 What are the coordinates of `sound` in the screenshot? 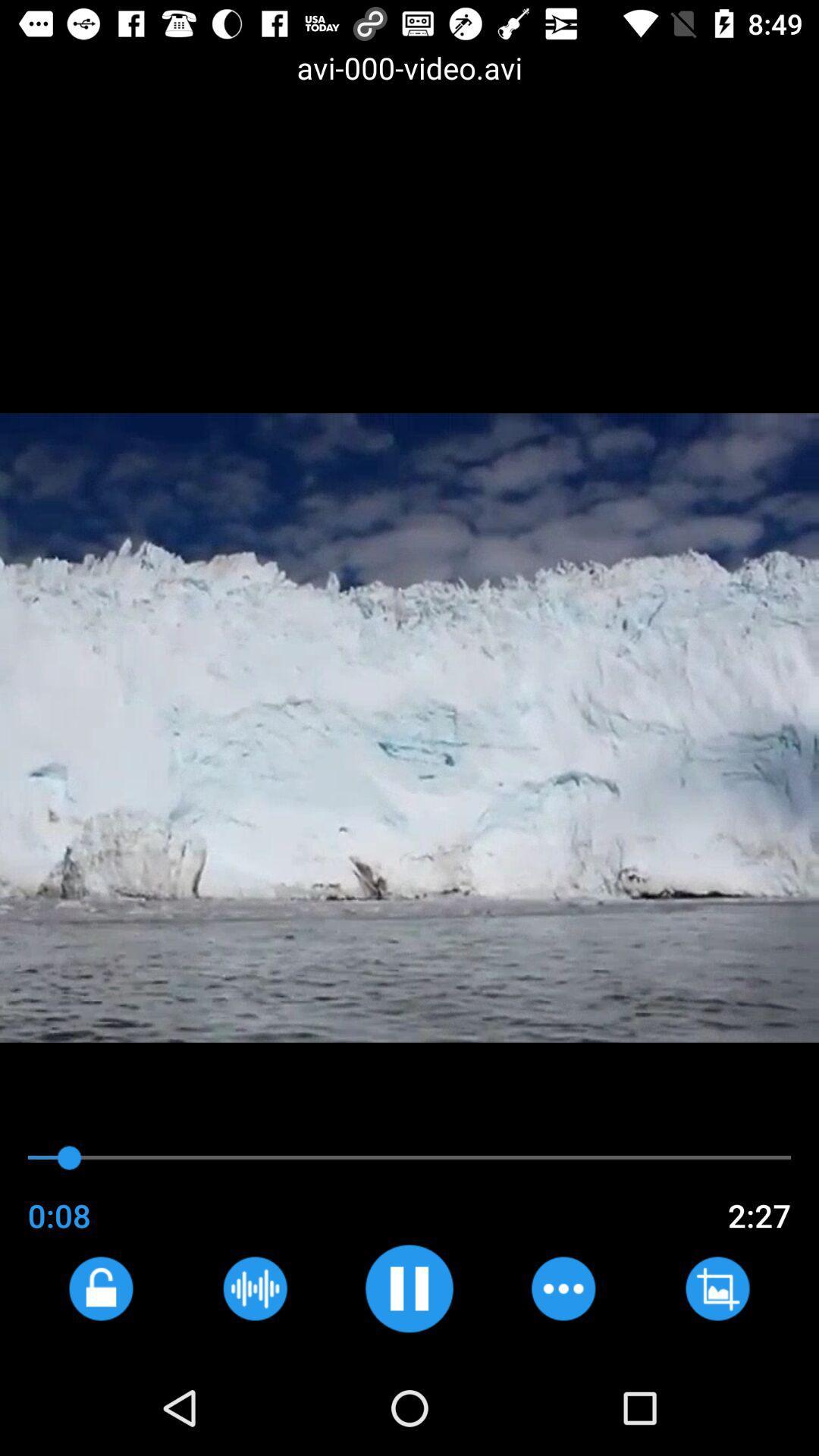 It's located at (408, 1288).